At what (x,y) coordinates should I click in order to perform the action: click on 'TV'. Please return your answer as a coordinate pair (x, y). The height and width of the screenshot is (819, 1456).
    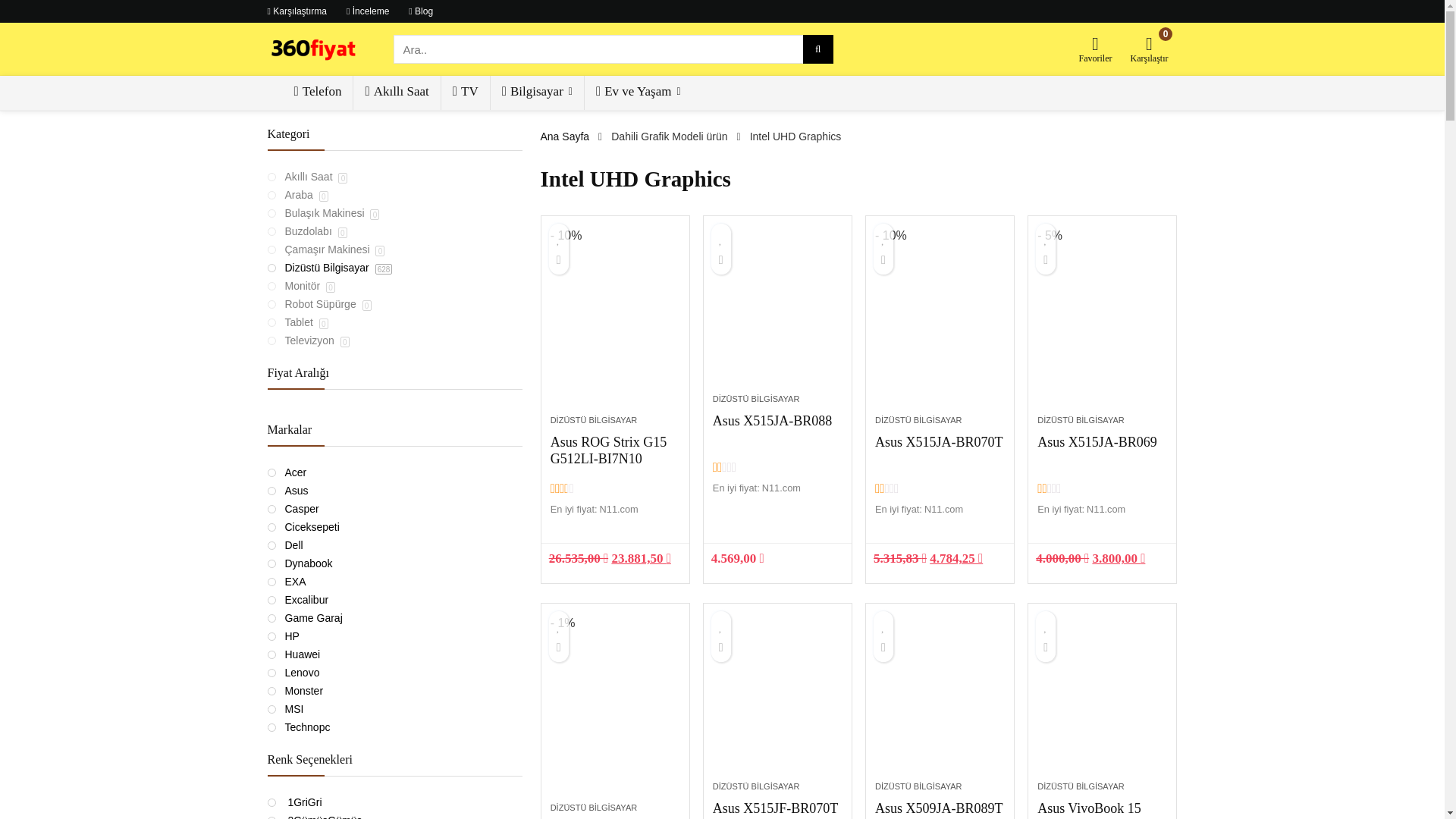
    Looking at the image, I should click on (465, 93).